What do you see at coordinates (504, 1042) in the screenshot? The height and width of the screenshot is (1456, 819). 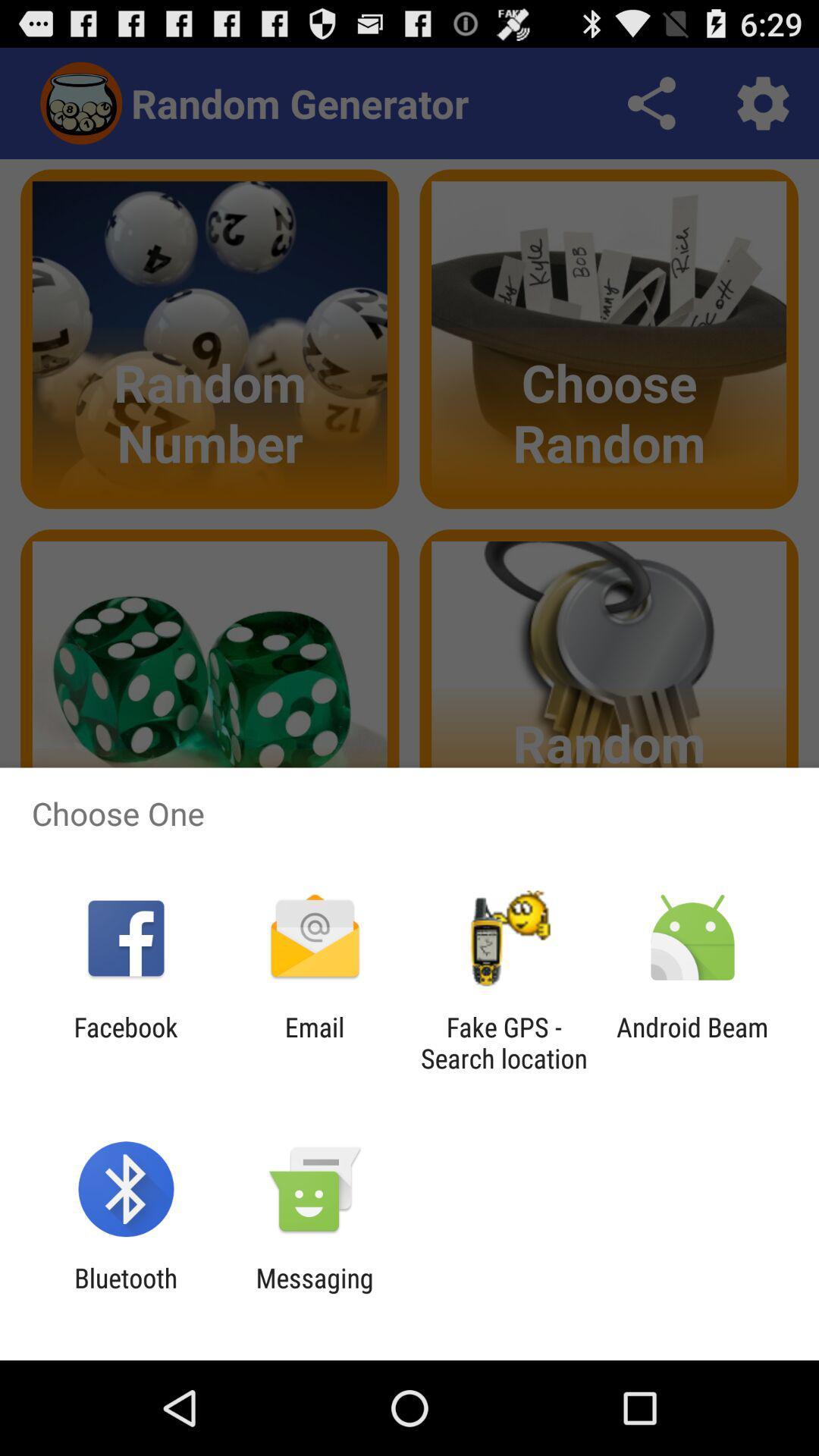 I see `the fake gps search item` at bounding box center [504, 1042].